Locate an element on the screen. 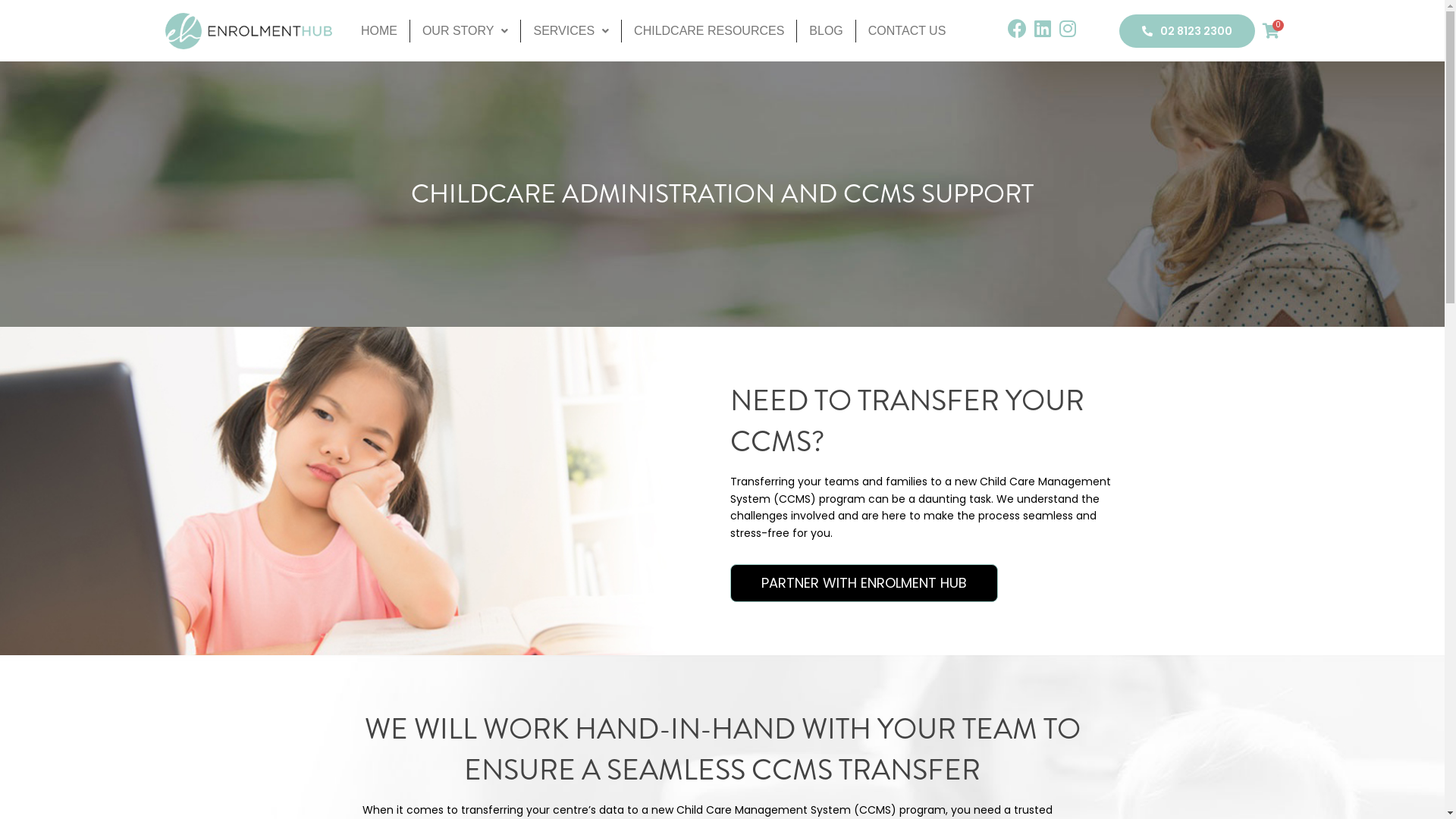  'CONTACT US' is located at coordinates (907, 31).